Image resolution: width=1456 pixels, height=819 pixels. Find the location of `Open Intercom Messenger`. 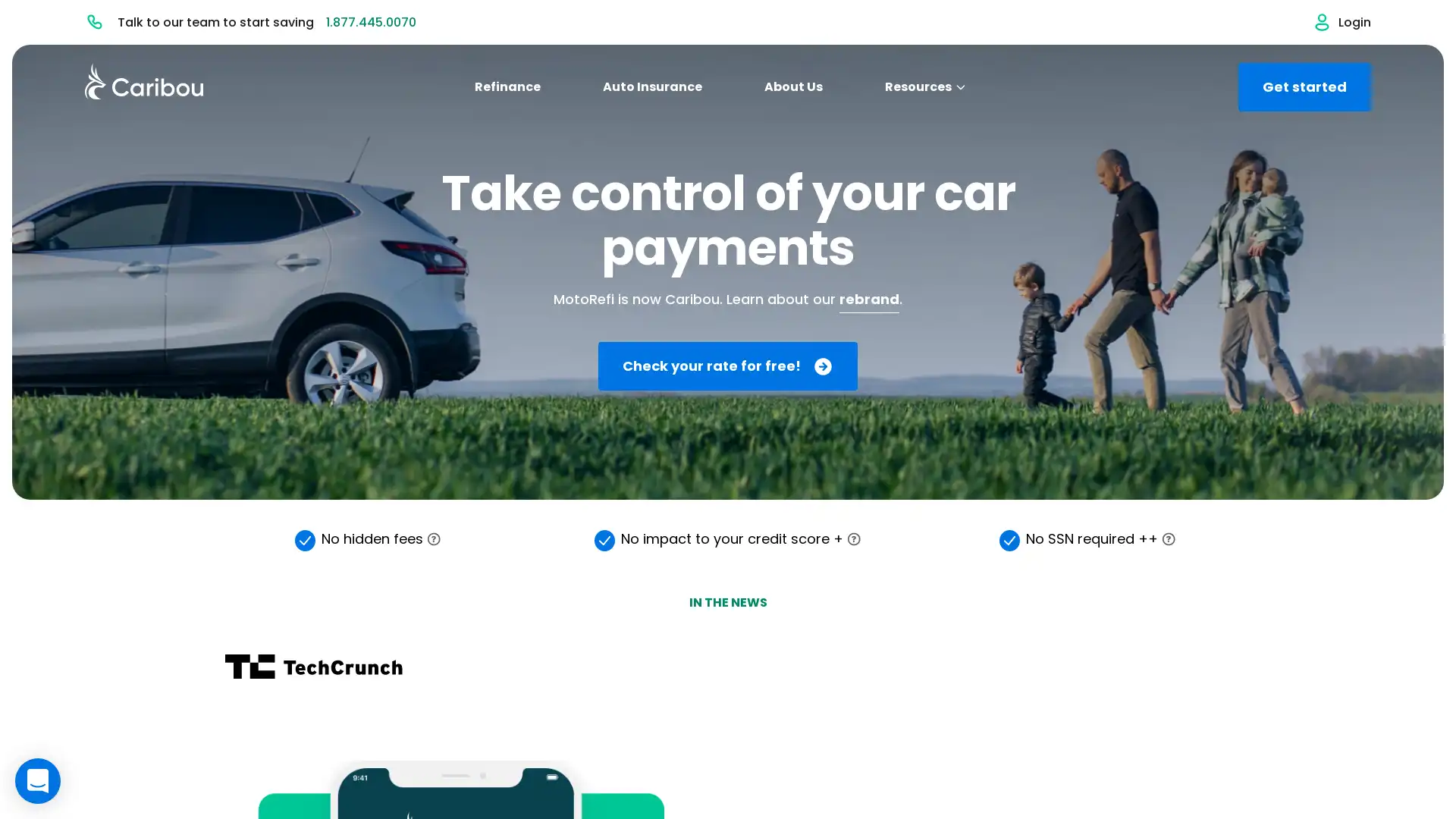

Open Intercom Messenger is located at coordinates (37, 780).